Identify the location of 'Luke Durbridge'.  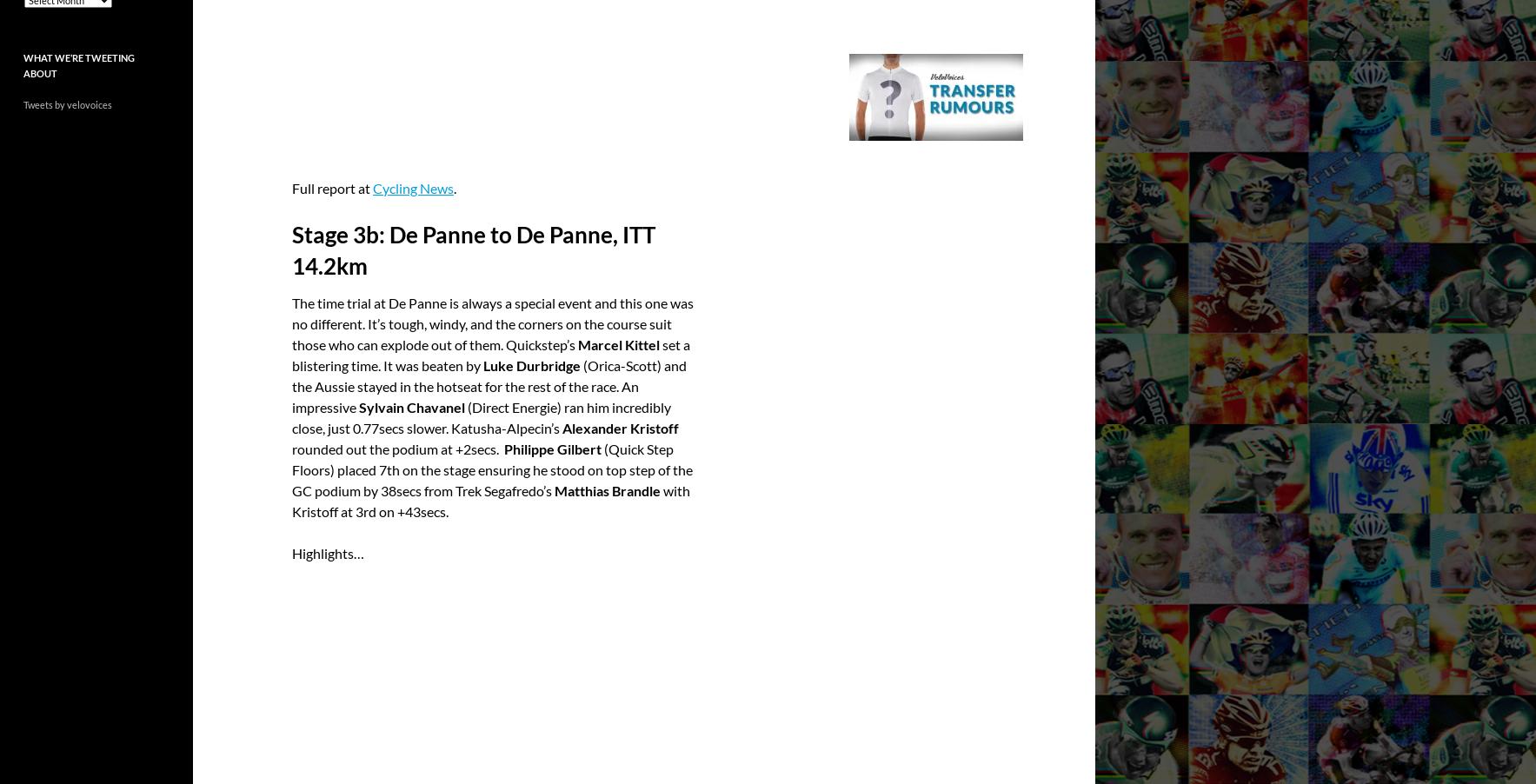
(529, 364).